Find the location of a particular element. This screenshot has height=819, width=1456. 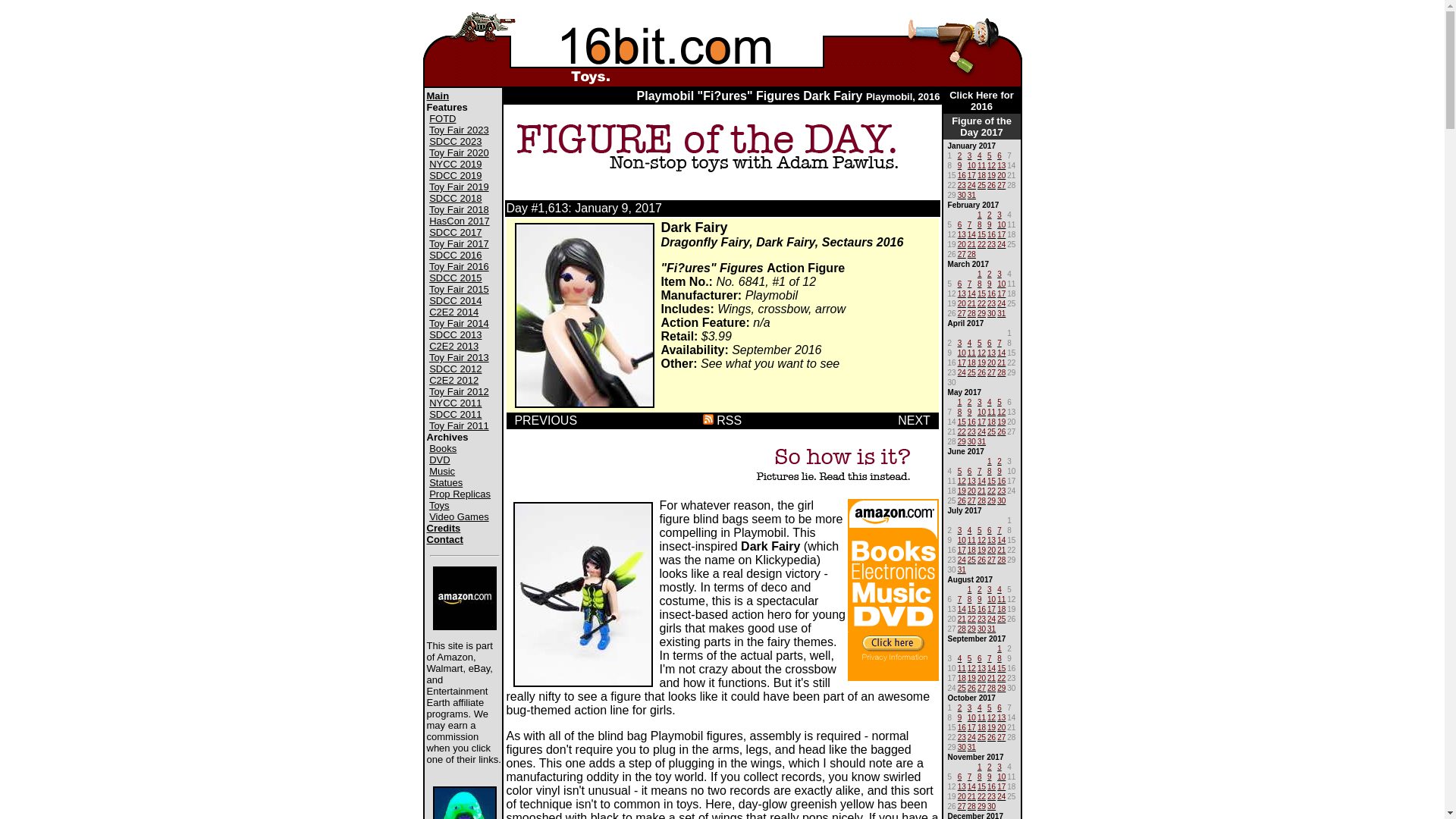

'9' is located at coordinates (959, 164).